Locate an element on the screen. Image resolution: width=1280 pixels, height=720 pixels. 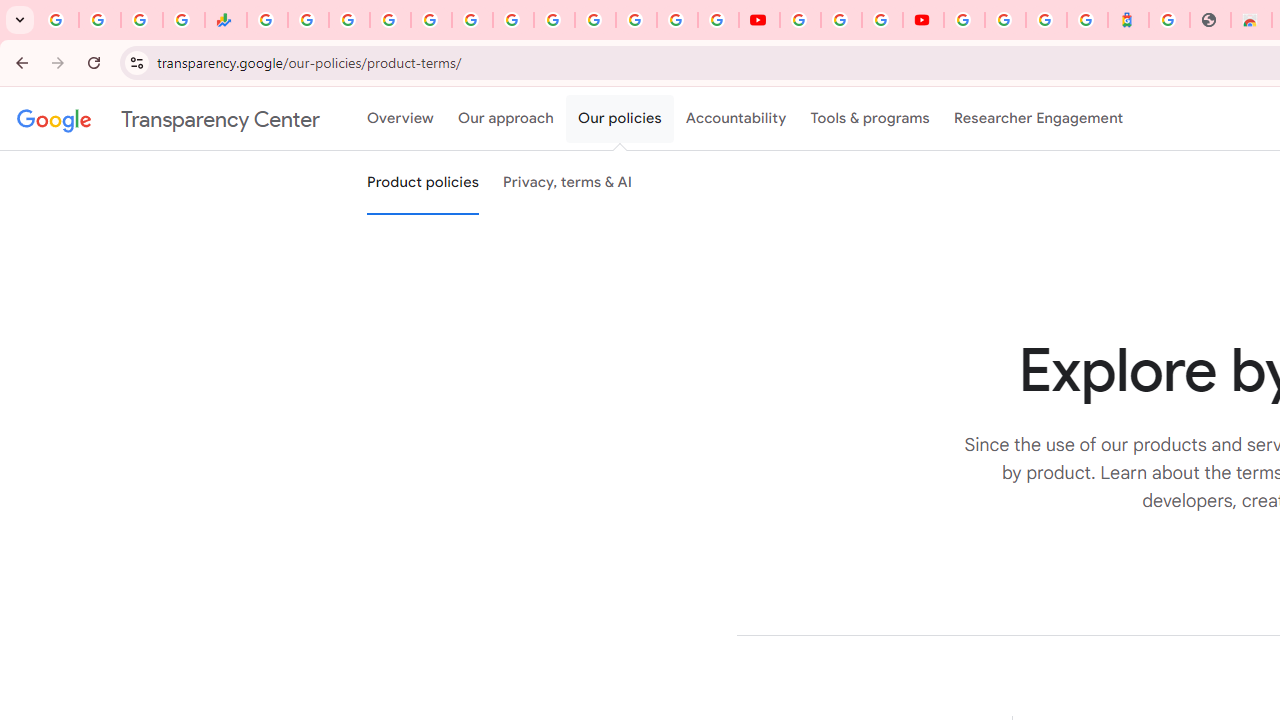
'Privacy Checkup' is located at coordinates (718, 20).